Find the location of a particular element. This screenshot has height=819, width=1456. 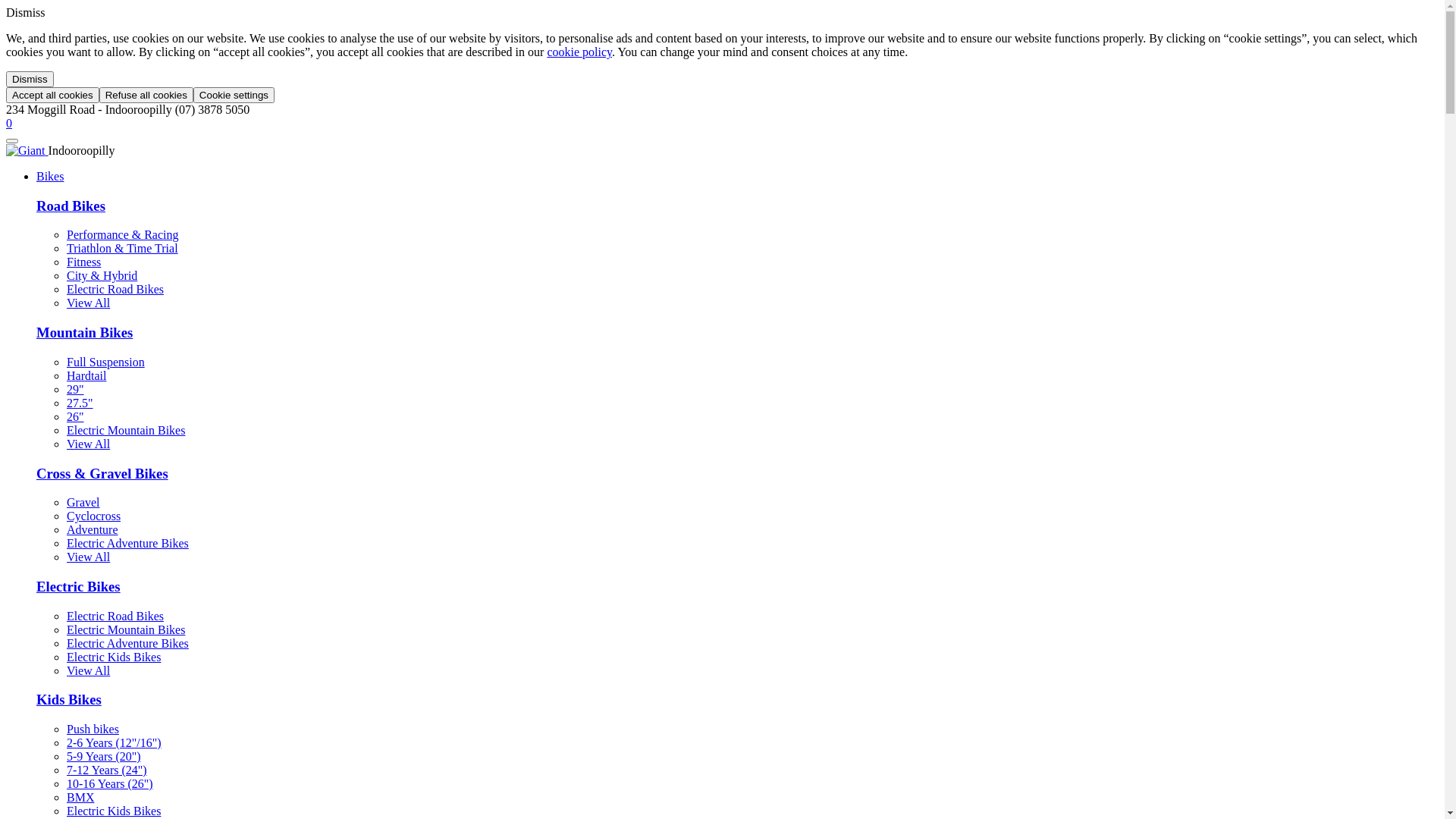

'Push bikes' is located at coordinates (92, 728).